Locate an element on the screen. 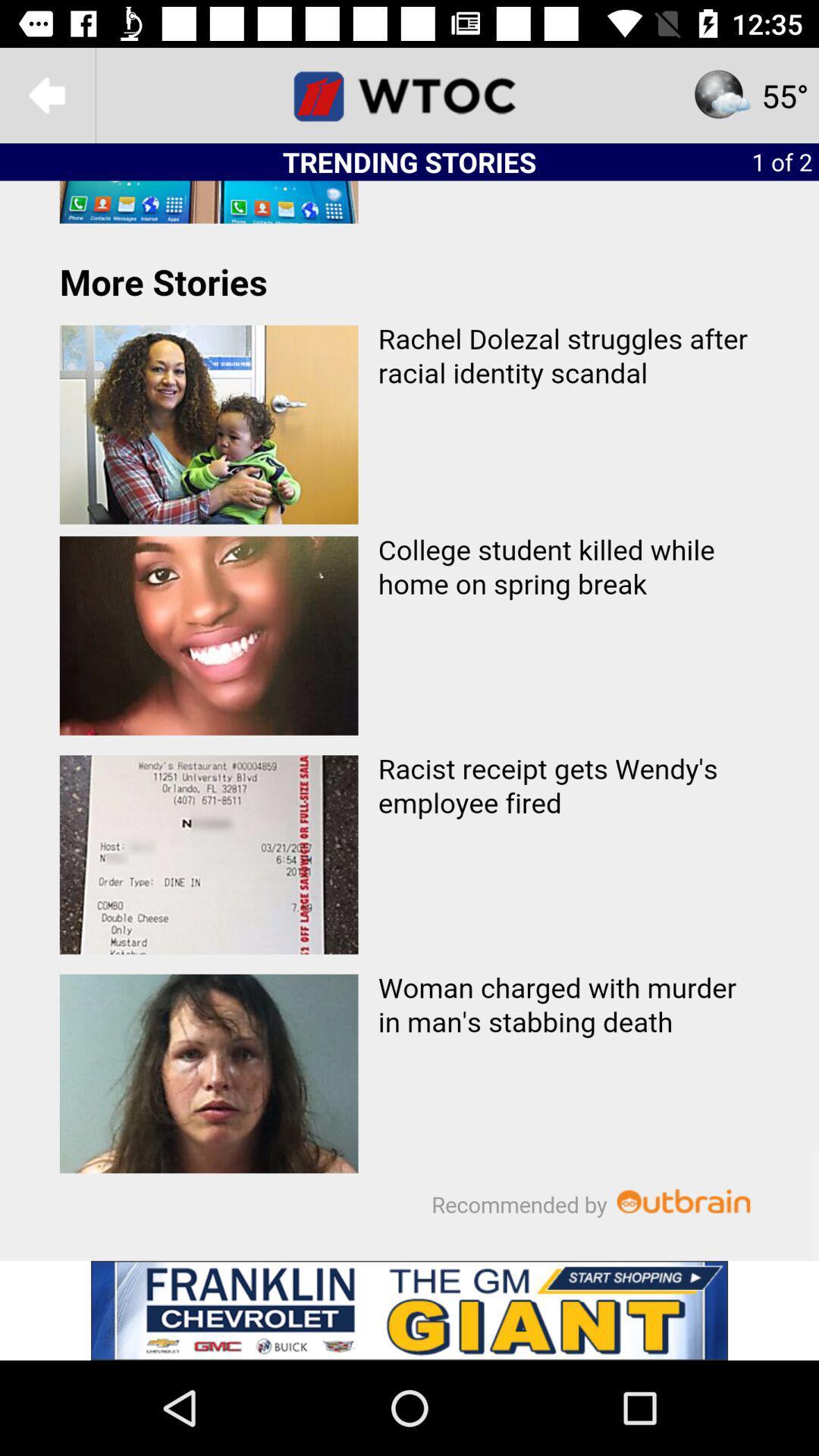  home page for wtoc is located at coordinates (409, 94).